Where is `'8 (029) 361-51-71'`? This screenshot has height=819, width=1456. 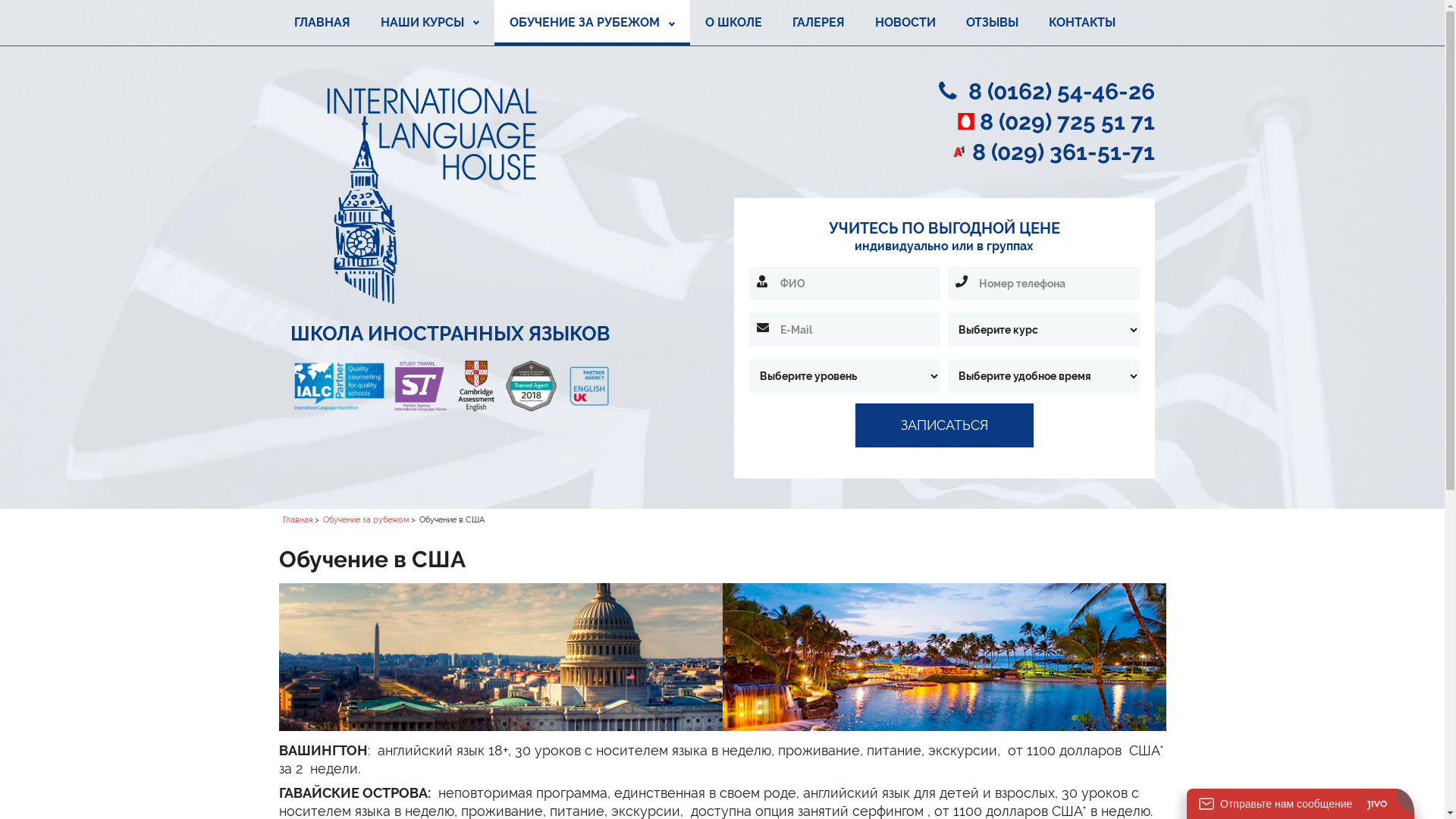 '8 (029) 361-51-71' is located at coordinates (1062, 152).